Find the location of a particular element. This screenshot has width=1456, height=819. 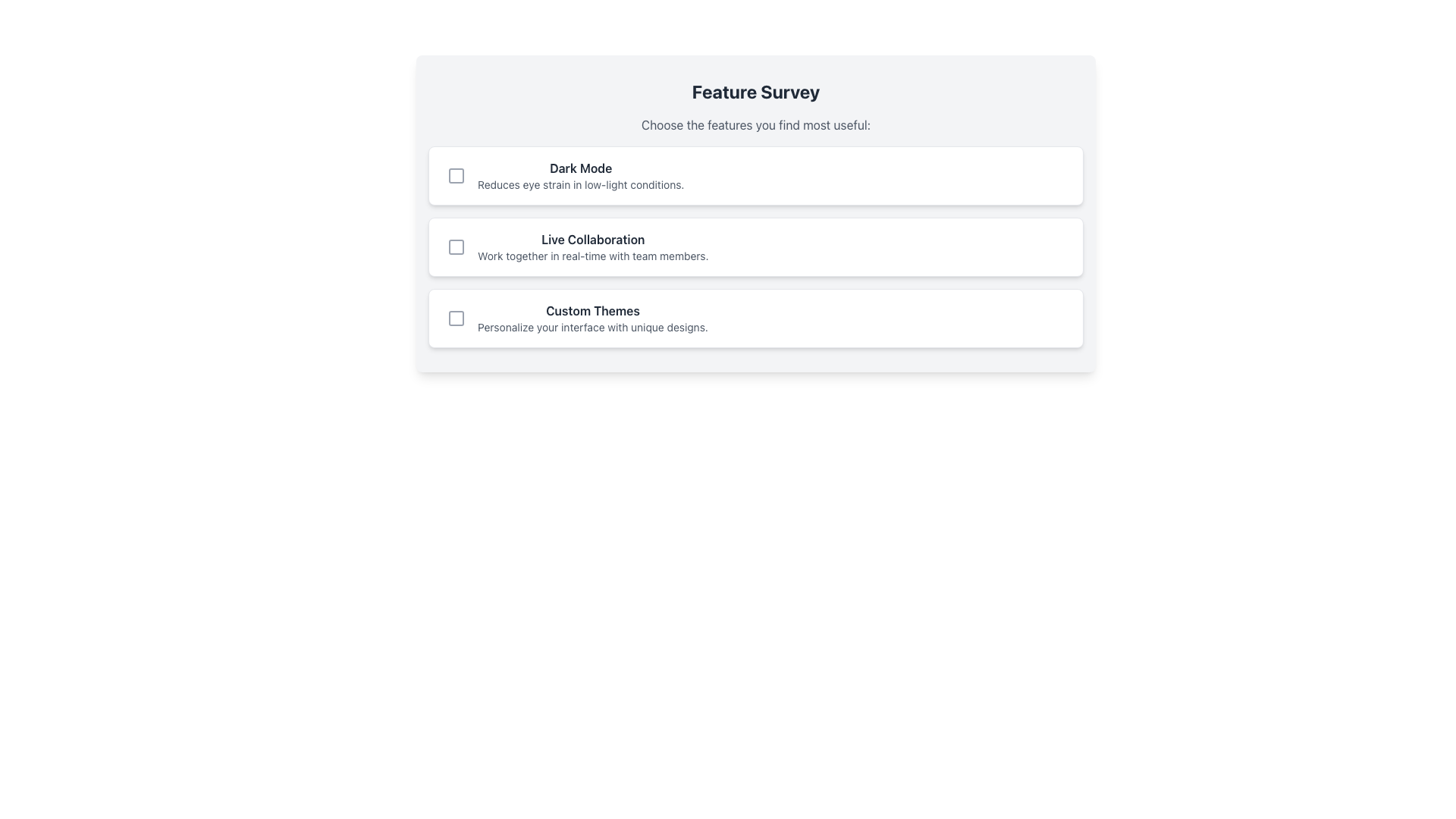

the Checkbox icon for the 'Live Collaboration' feature option is located at coordinates (455, 246).